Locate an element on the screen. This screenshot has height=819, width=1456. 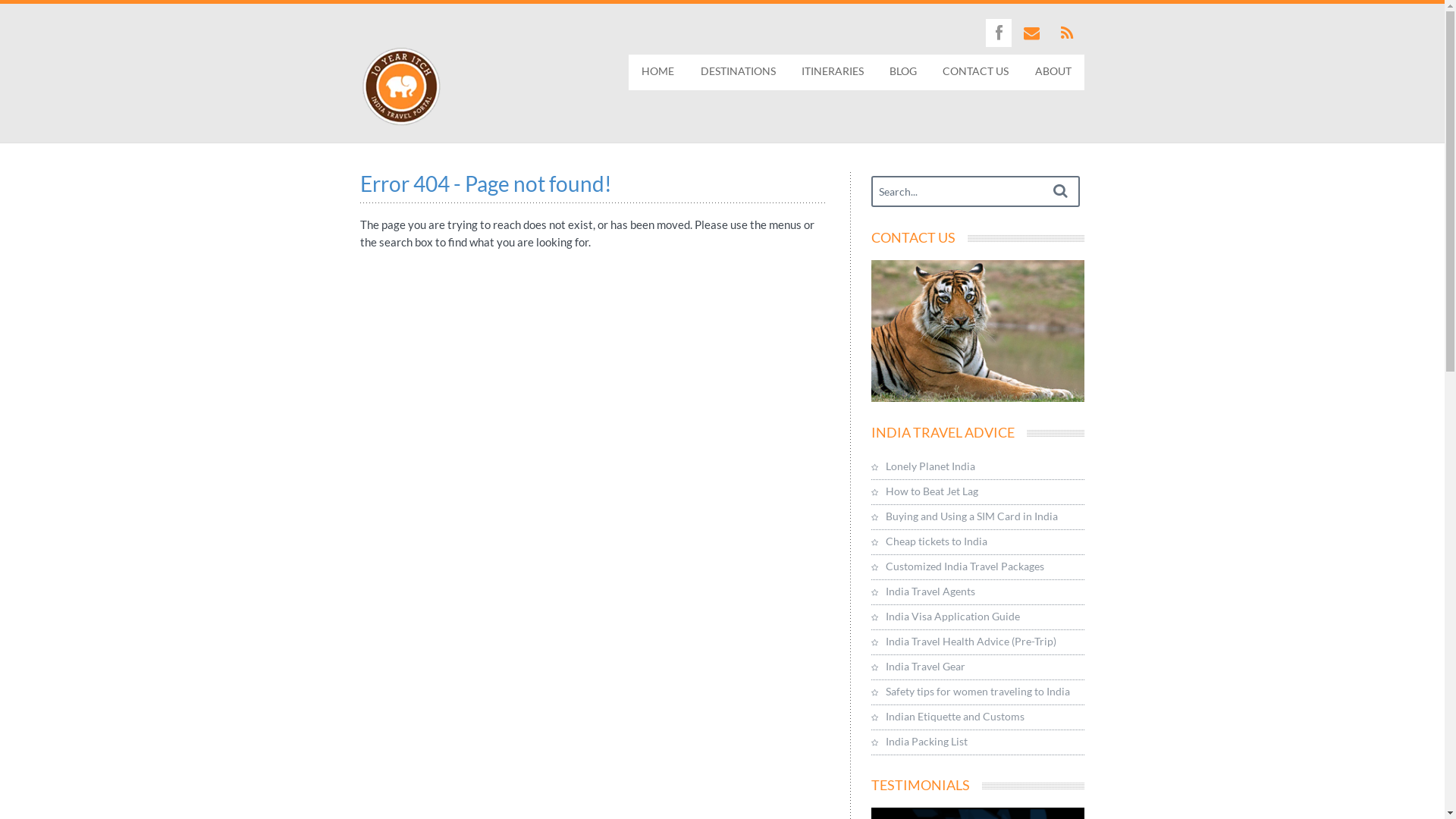
'Indian Etiquette and Customs' is located at coordinates (871, 717).